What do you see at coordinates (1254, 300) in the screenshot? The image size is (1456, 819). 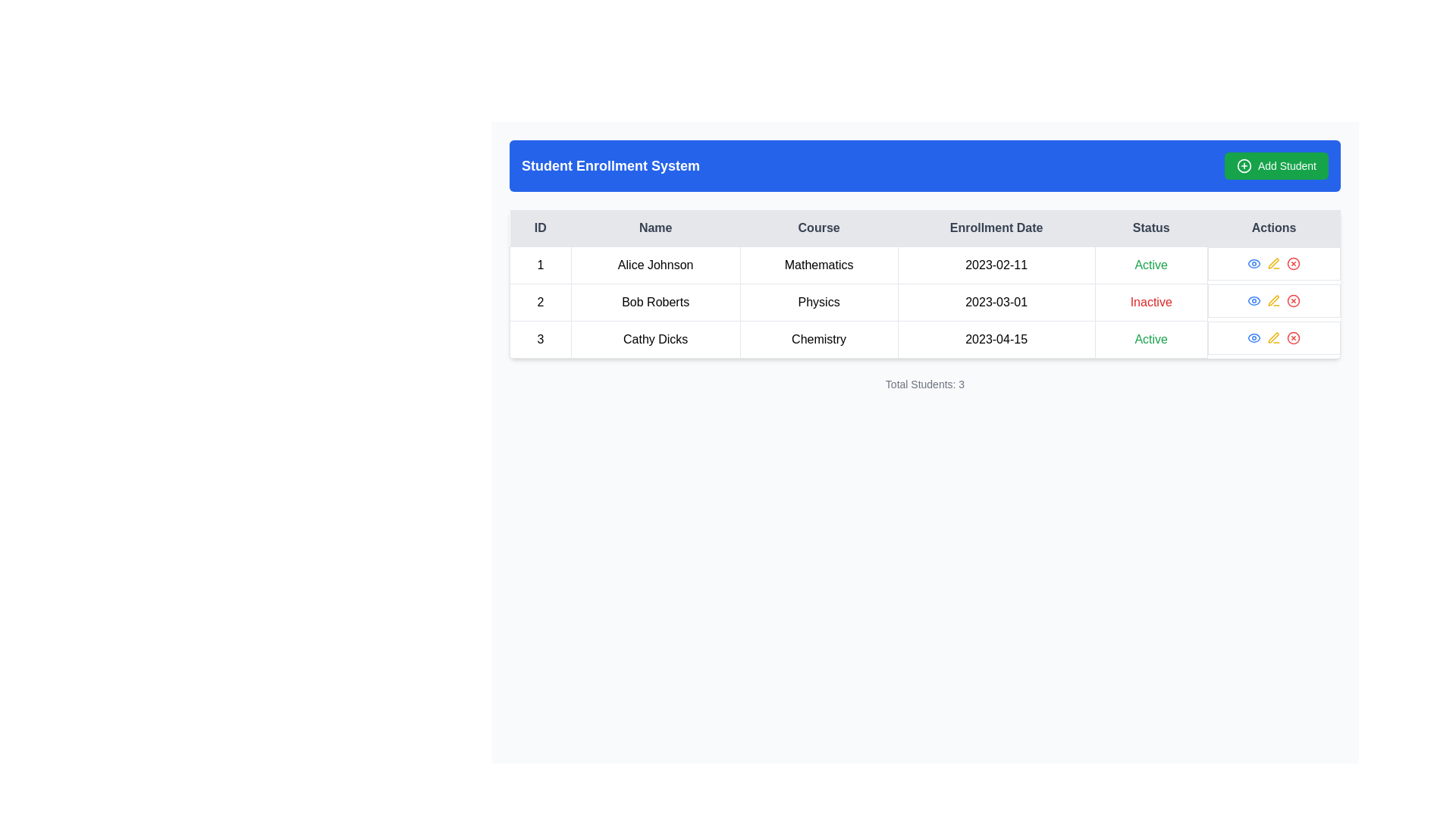 I see `the Icon Button located in the 'Actions' column of the second row of the table` at bounding box center [1254, 300].